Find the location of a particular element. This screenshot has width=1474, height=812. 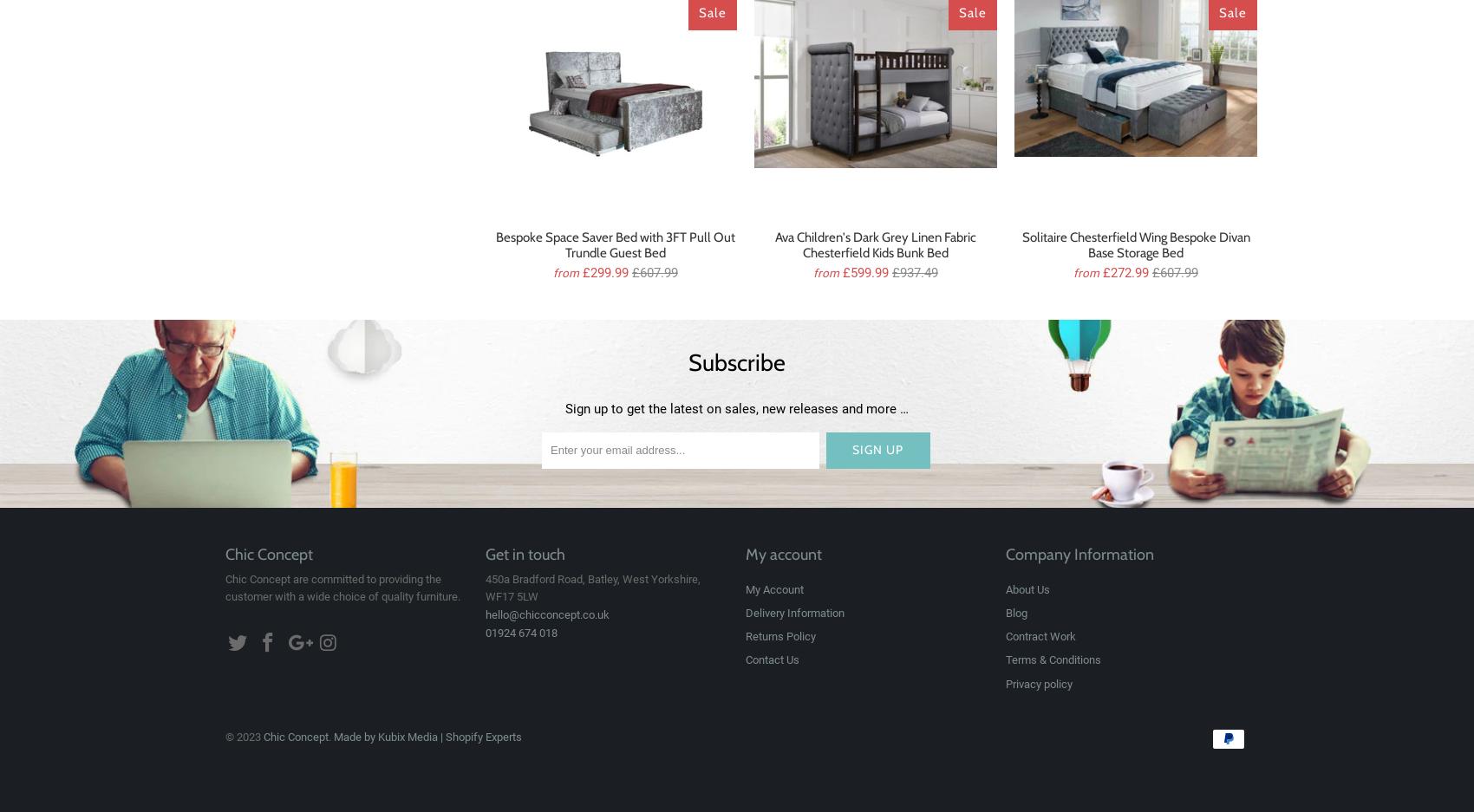

'My account' is located at coordinates (784, 554).